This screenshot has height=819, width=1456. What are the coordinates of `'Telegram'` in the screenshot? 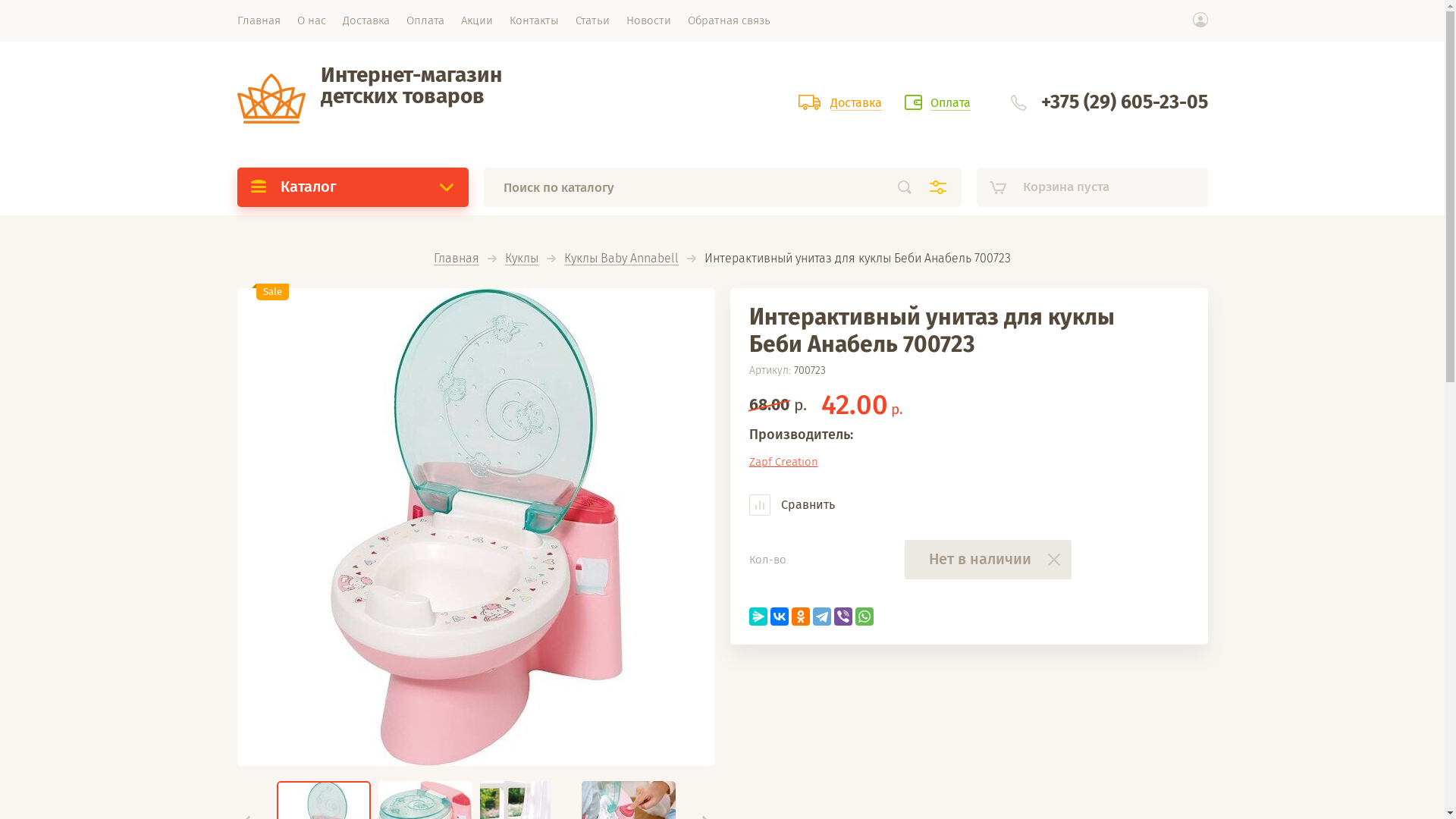 It's located at (821, 617).